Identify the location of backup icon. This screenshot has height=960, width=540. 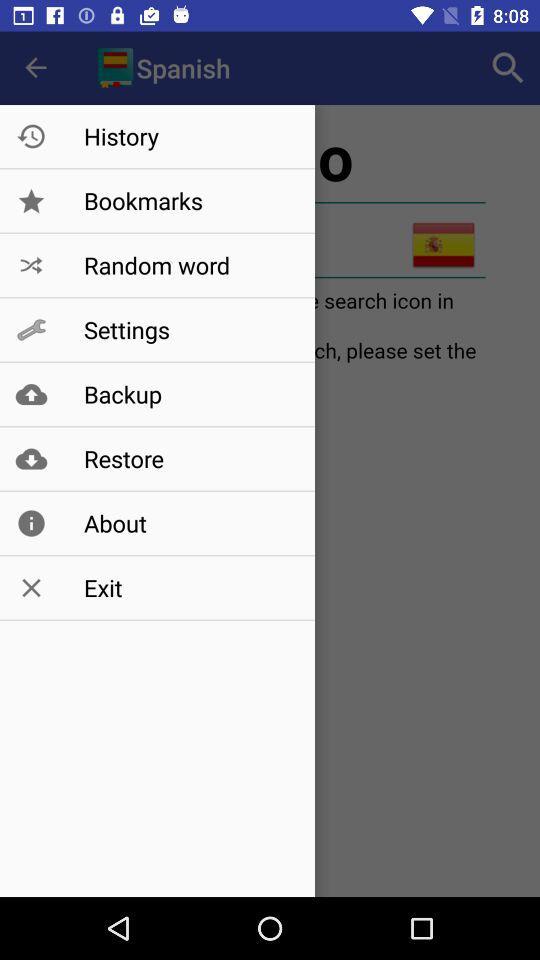
(189, 393).